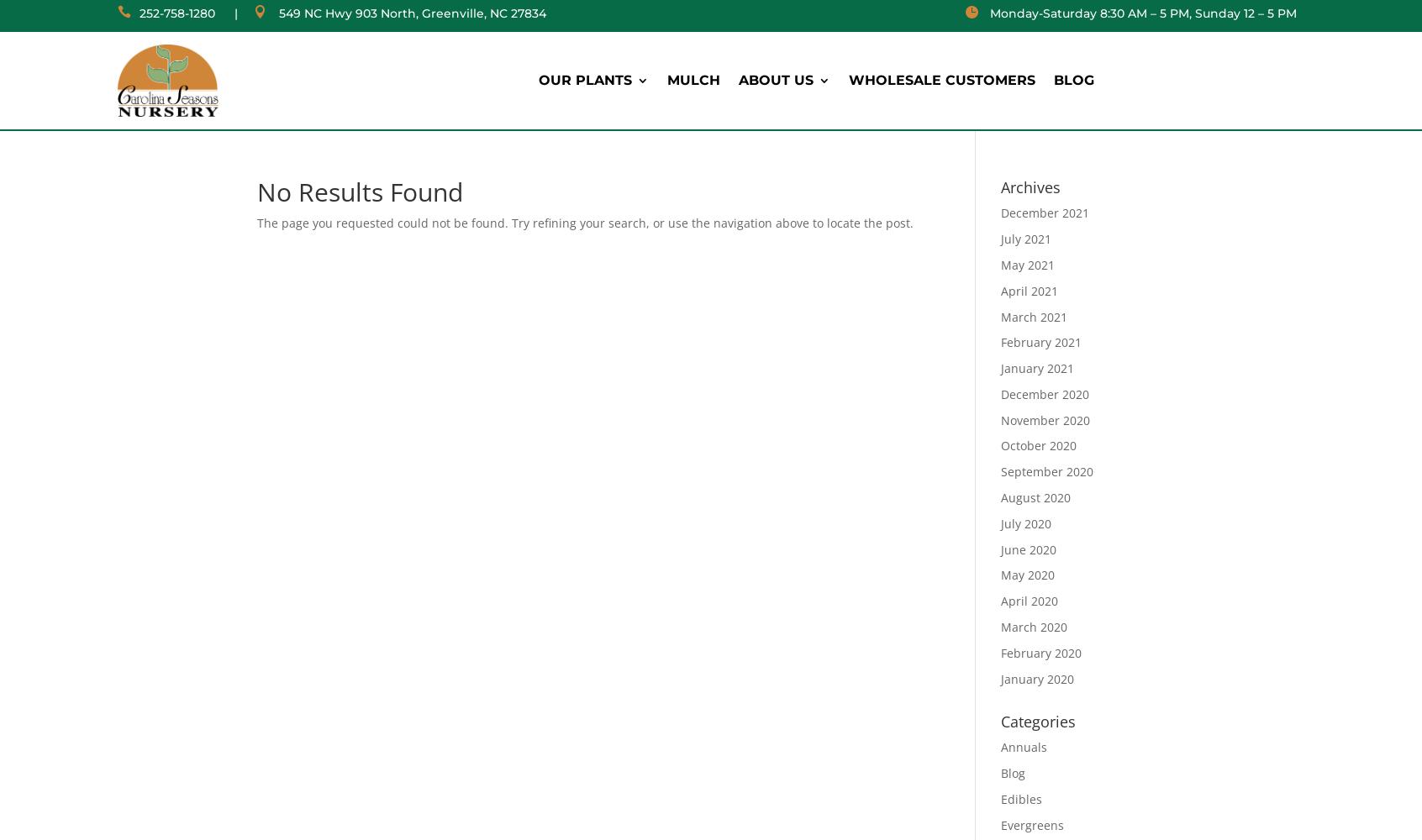 The width and height of the screenshot is (1422, 840). Describe the element at coordinates (762, 297) in the screenshot. I see `'Cool Weather Vegetables'` at that location.